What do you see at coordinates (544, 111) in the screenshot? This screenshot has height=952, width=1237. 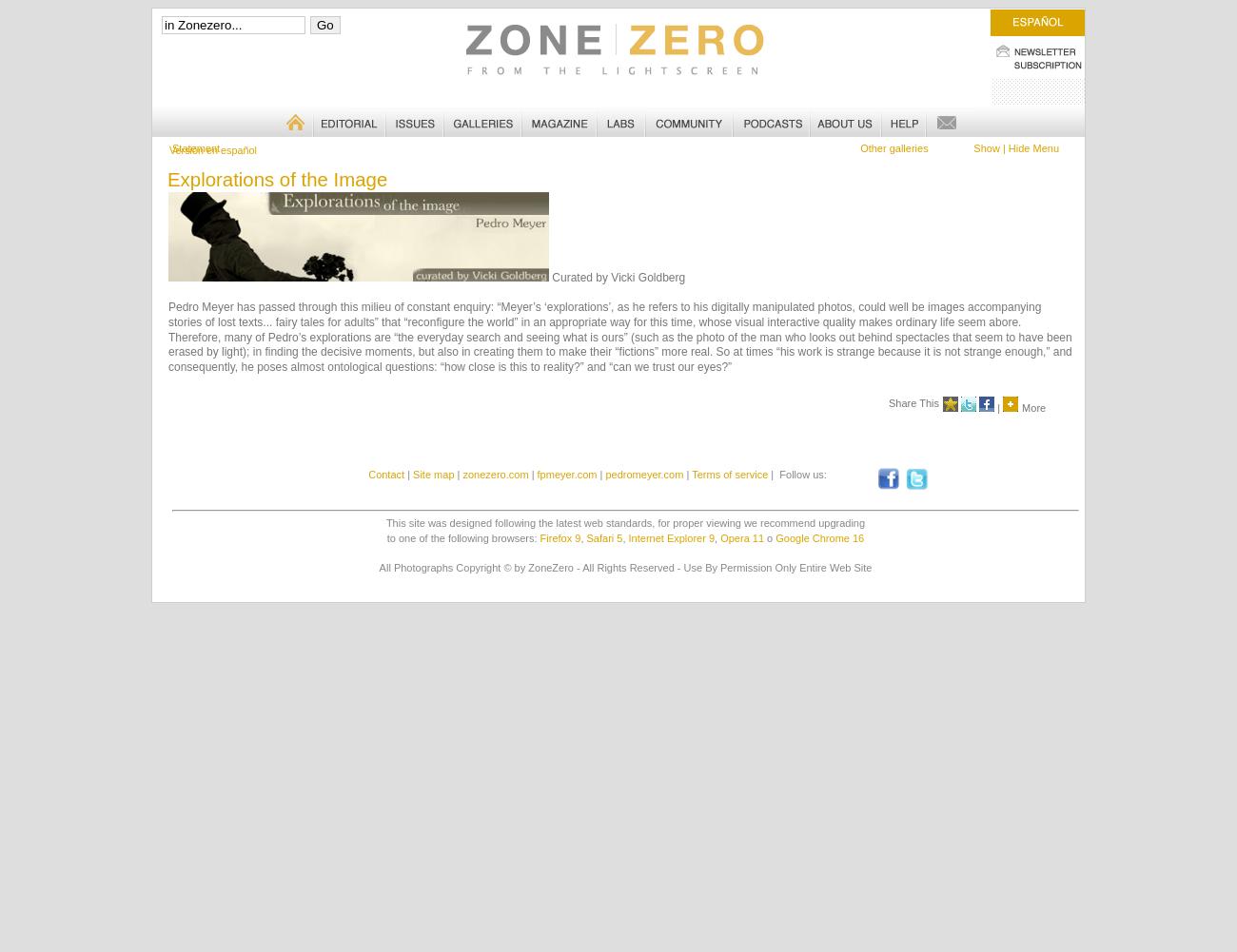 I see `'Magazine'` at bounding box center [544, 111].